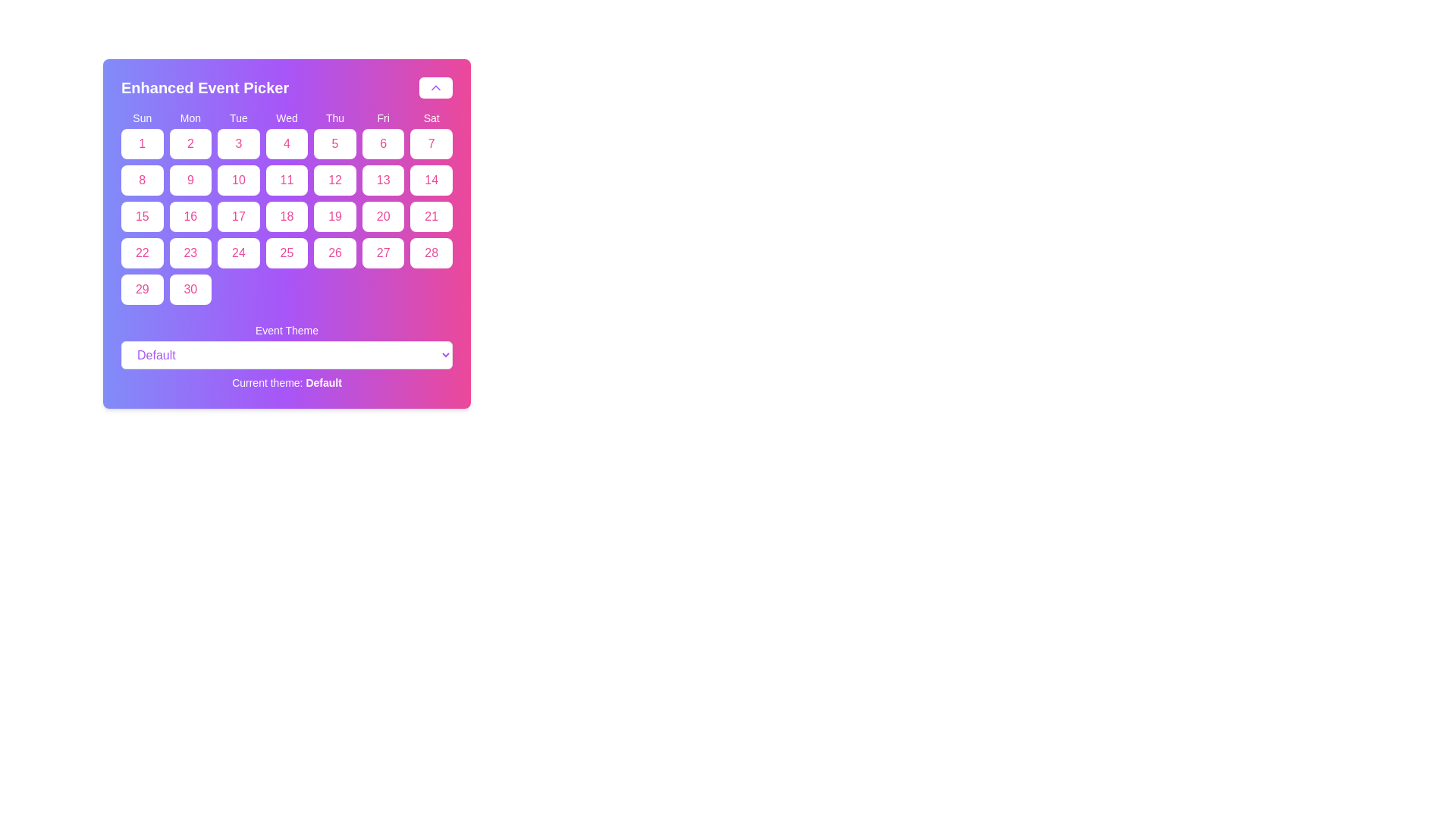  I want to click on the date selection button for '24' in the calendar interface located in the fourth row and fourth column, so click(237, 253).